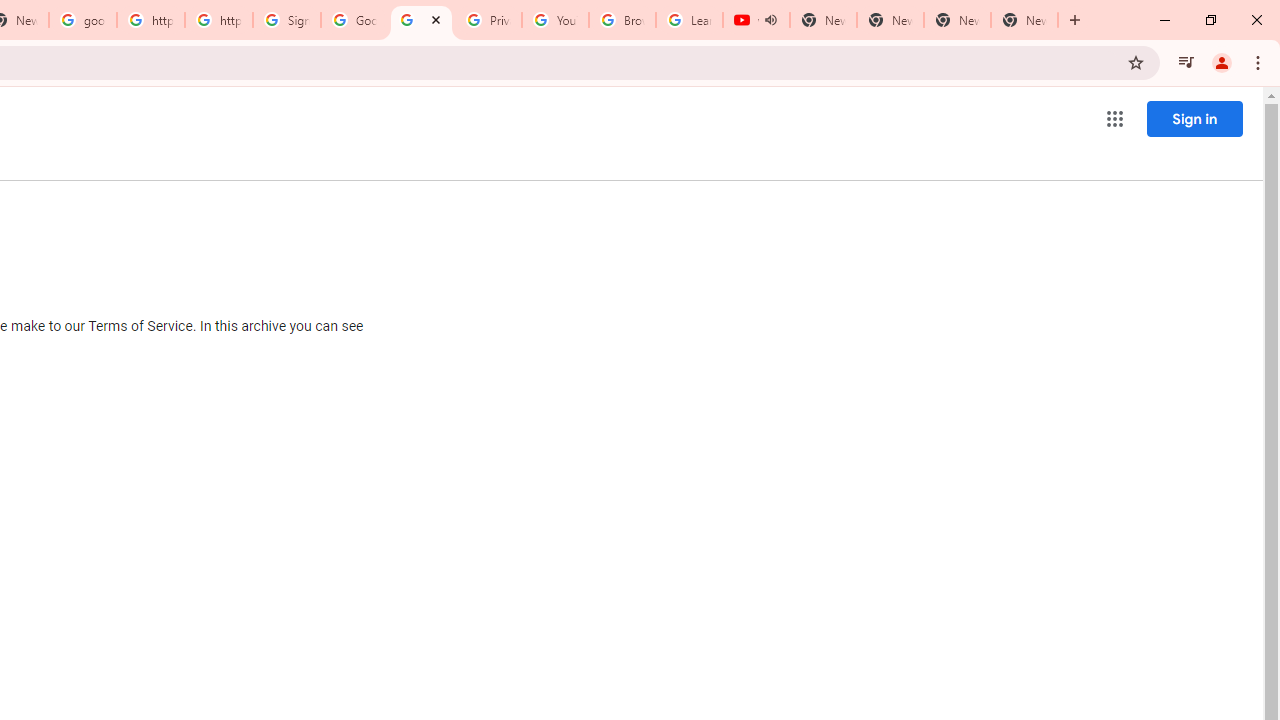  What do you see at coordinates (150, 20) in the screenshot?
I see `'https://scholar.google.com/'` at bounding box center [150, 20].